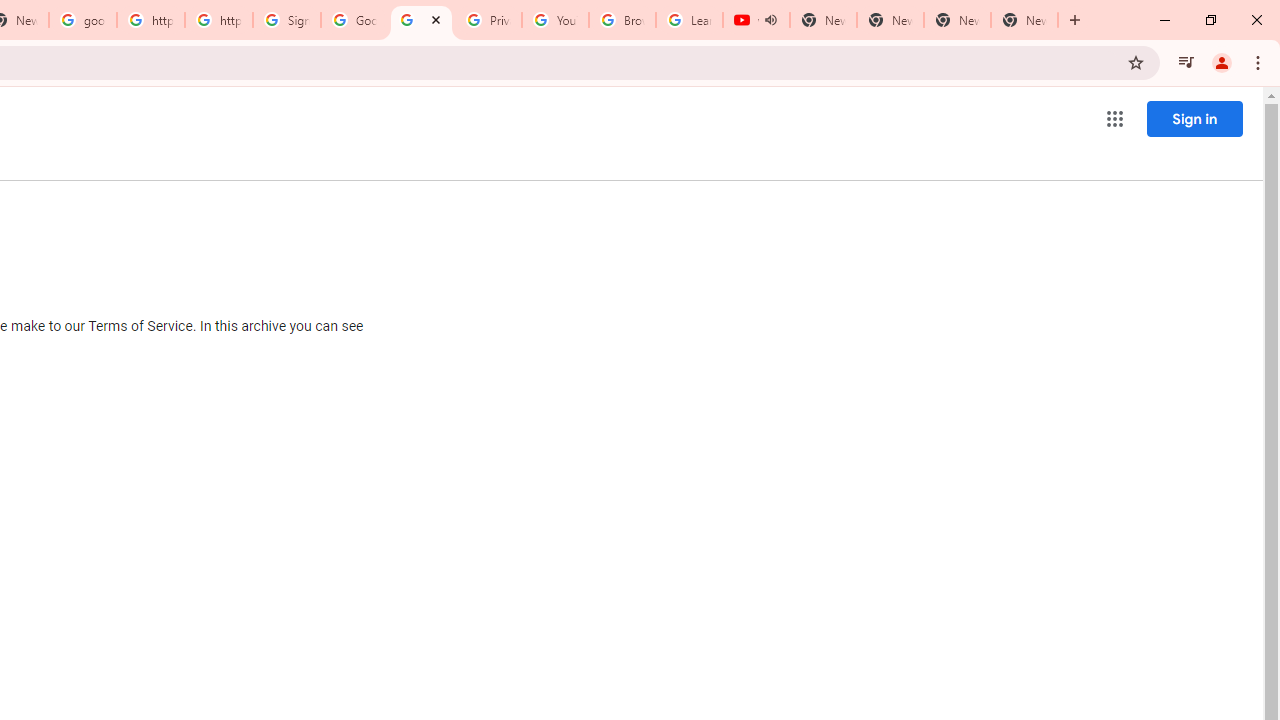  What do you see at coordinates (150, 20) in the screenshot?
I see `'https://scholar.google.com/'` at bounding box center [150, 20].